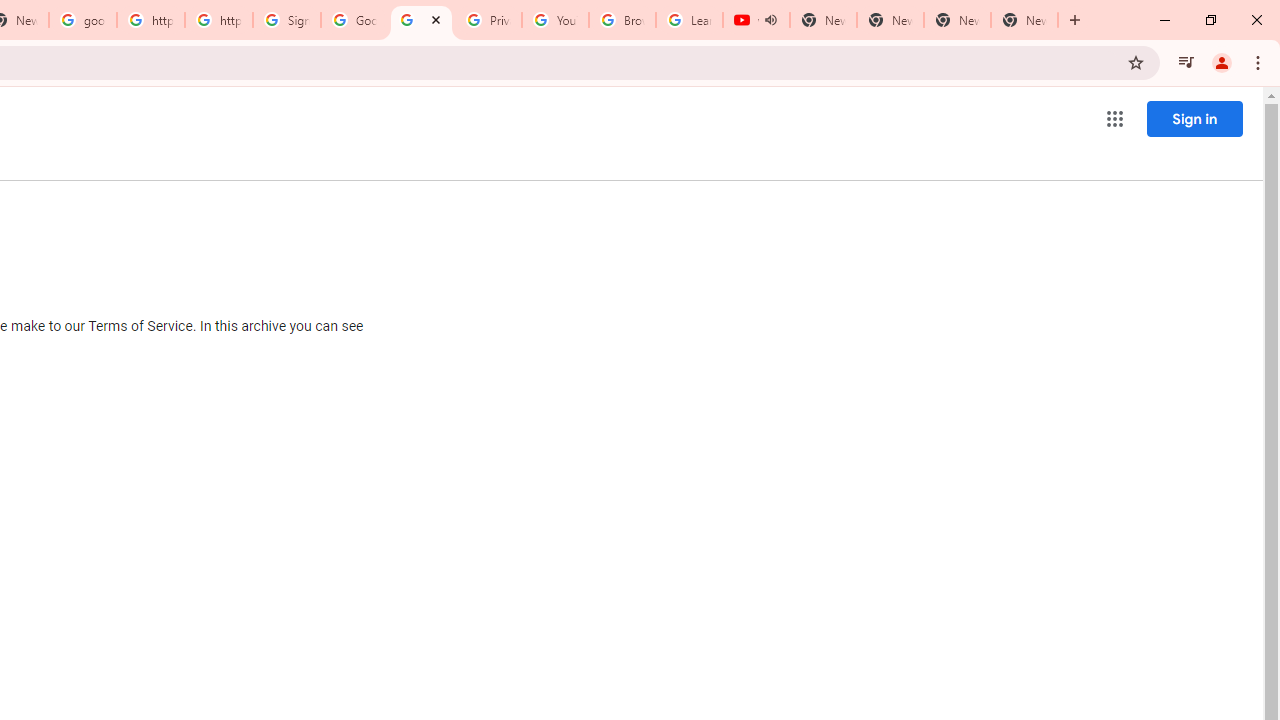  What do you see at coordinates (150, 20) in the screenshot?
I see `'https://scholar.google.com/'` at bounding box center [150, 20].